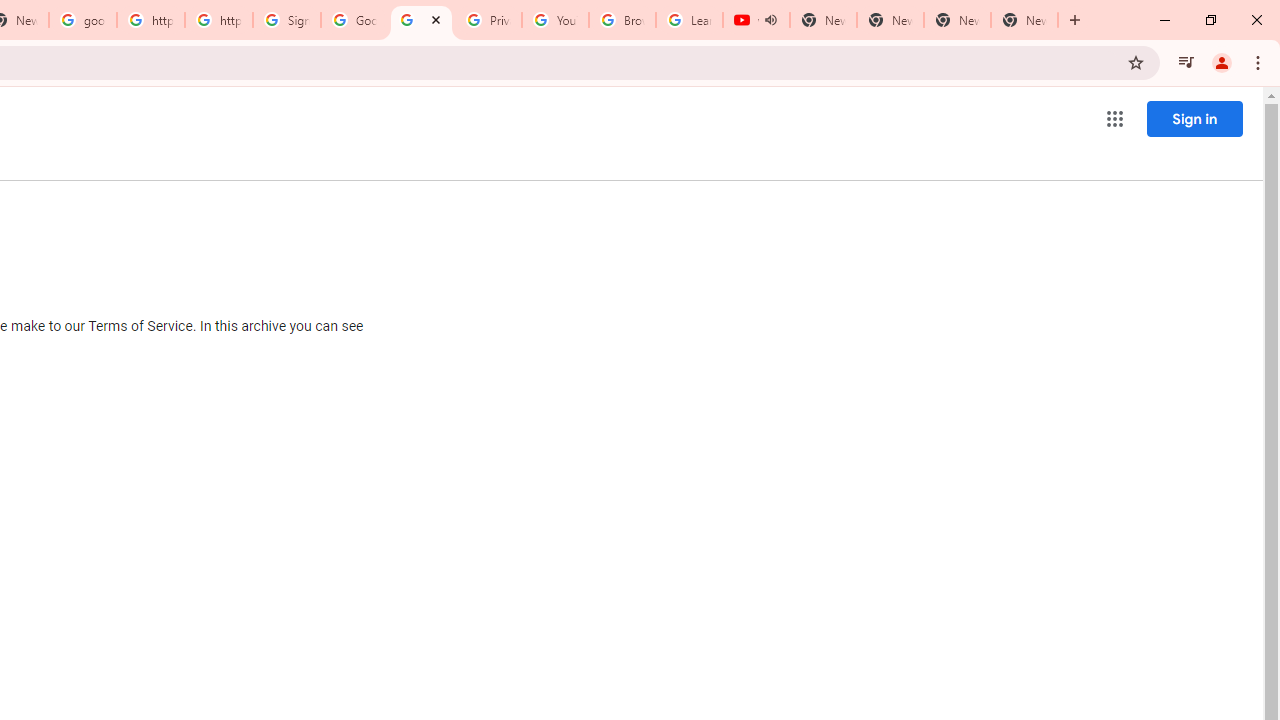  What do you see at coordinates (150, 20) in the screenshot?
I see `'https://scholar.google.com/'` at bounding box center [150, 20].